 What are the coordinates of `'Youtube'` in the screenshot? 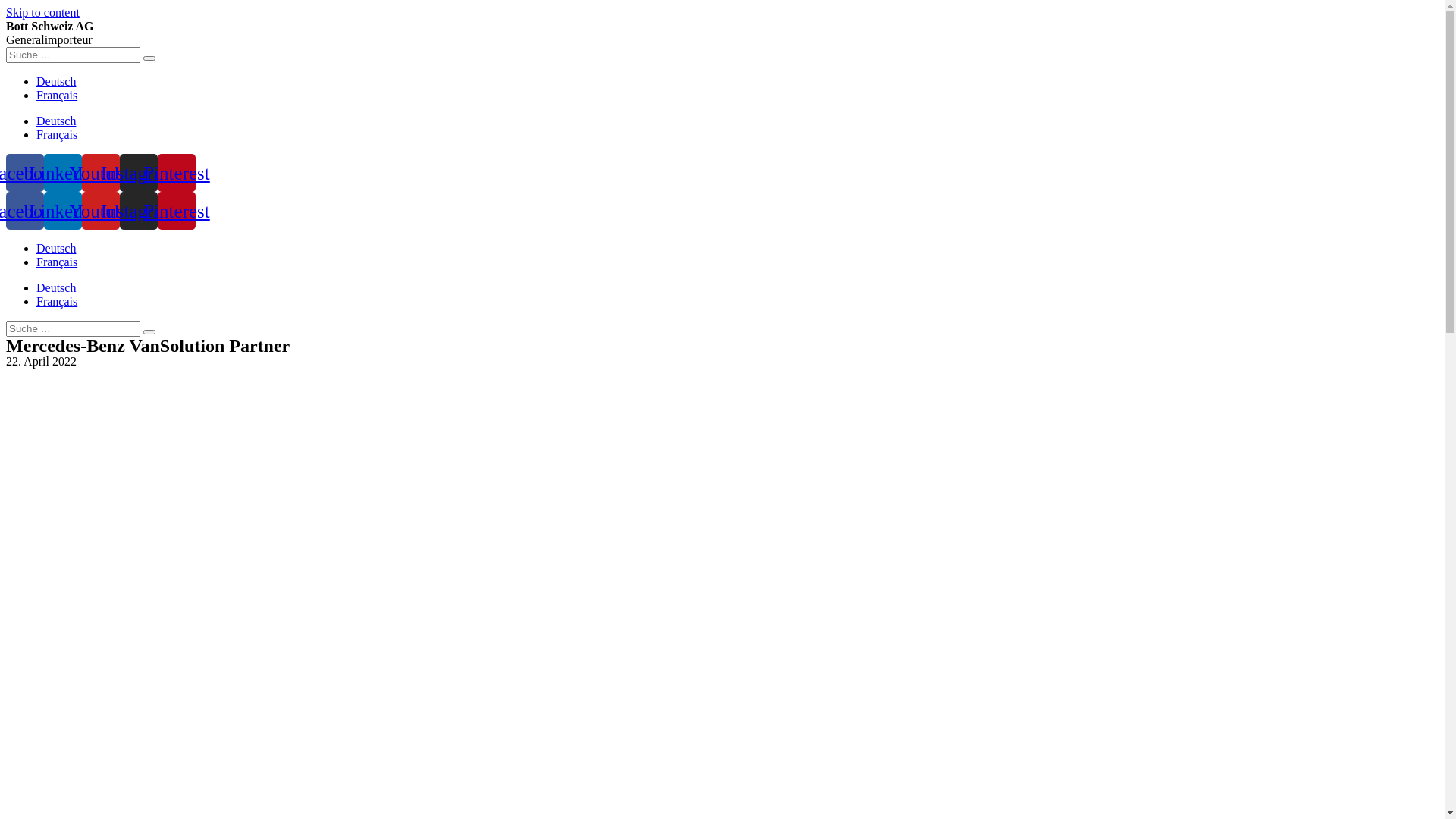 It's located at (100, 210).